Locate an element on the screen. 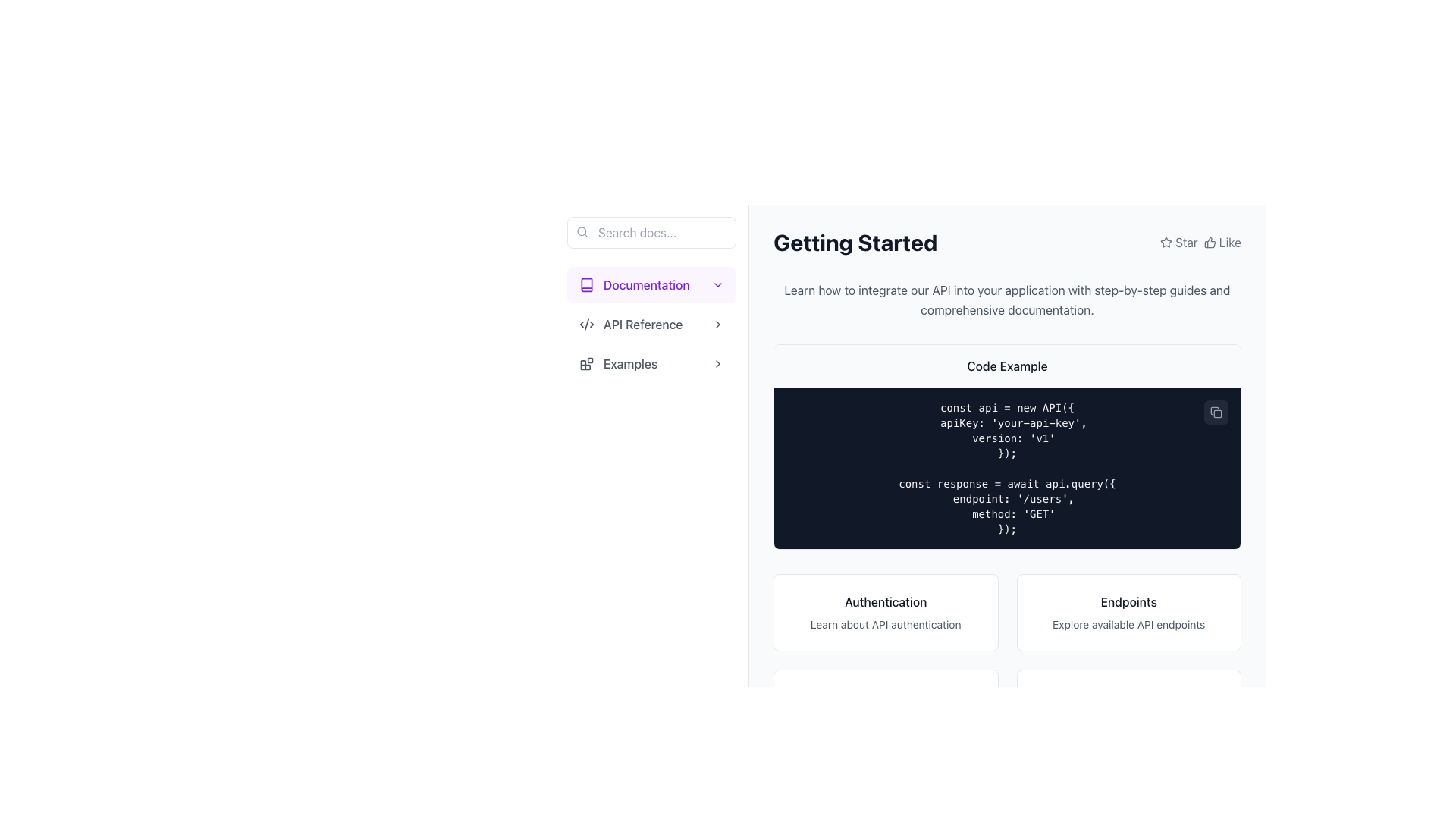 This screenshot has height=819, width=1456. the 'Documentation' button is located at coordinates (651, 284).